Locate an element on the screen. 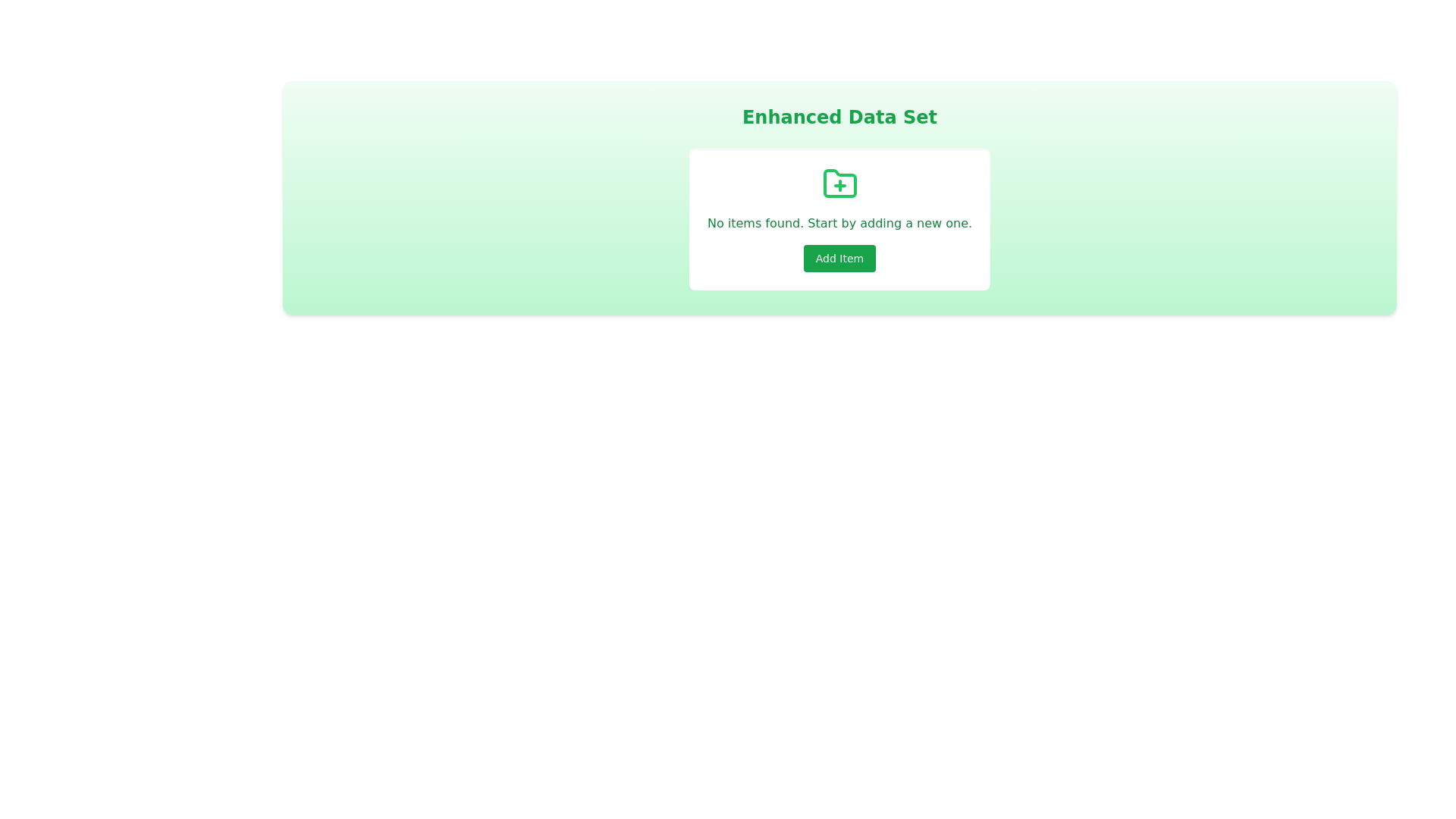  the text display that informs users that no items are currently present, which is centrally aligned within a white box with rounded corners and a drop shadow is located at coordinates (839, 223).